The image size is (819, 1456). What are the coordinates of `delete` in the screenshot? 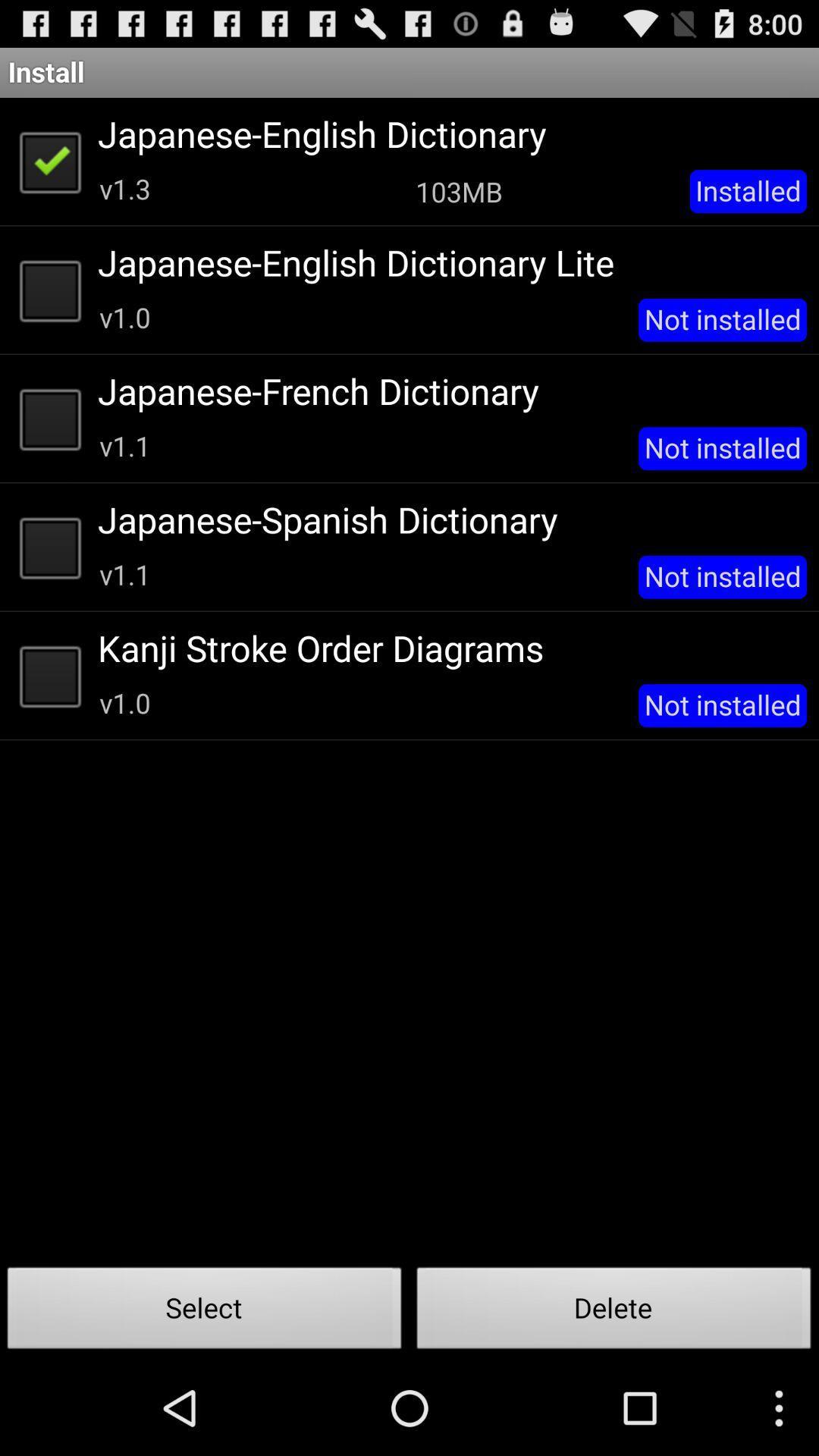 It's located at (614, 1312).